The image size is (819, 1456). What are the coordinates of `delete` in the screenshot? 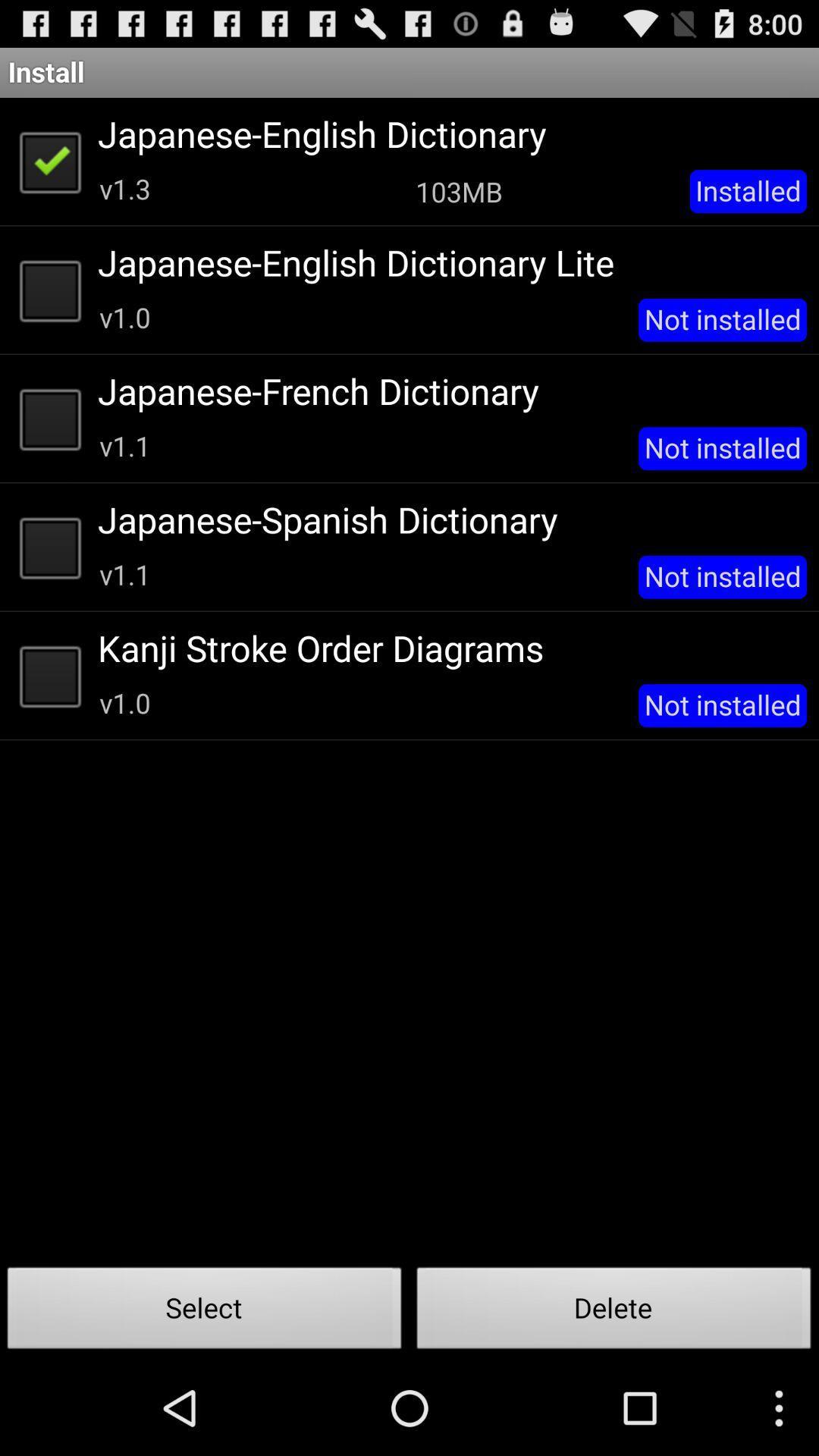 It's located at (614, 1312).